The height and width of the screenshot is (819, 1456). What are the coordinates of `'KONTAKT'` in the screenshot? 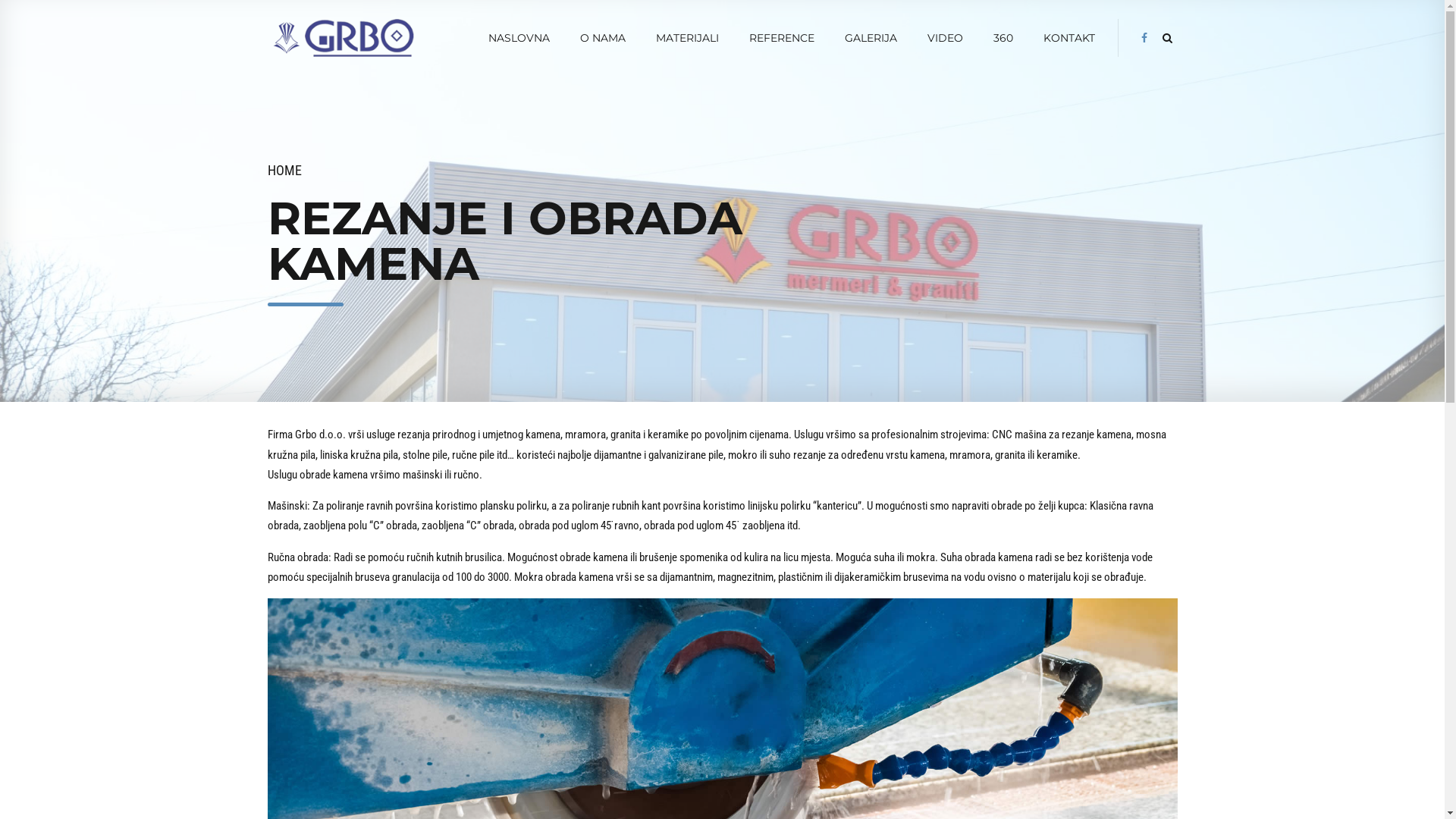 It's located at (1068, 37).